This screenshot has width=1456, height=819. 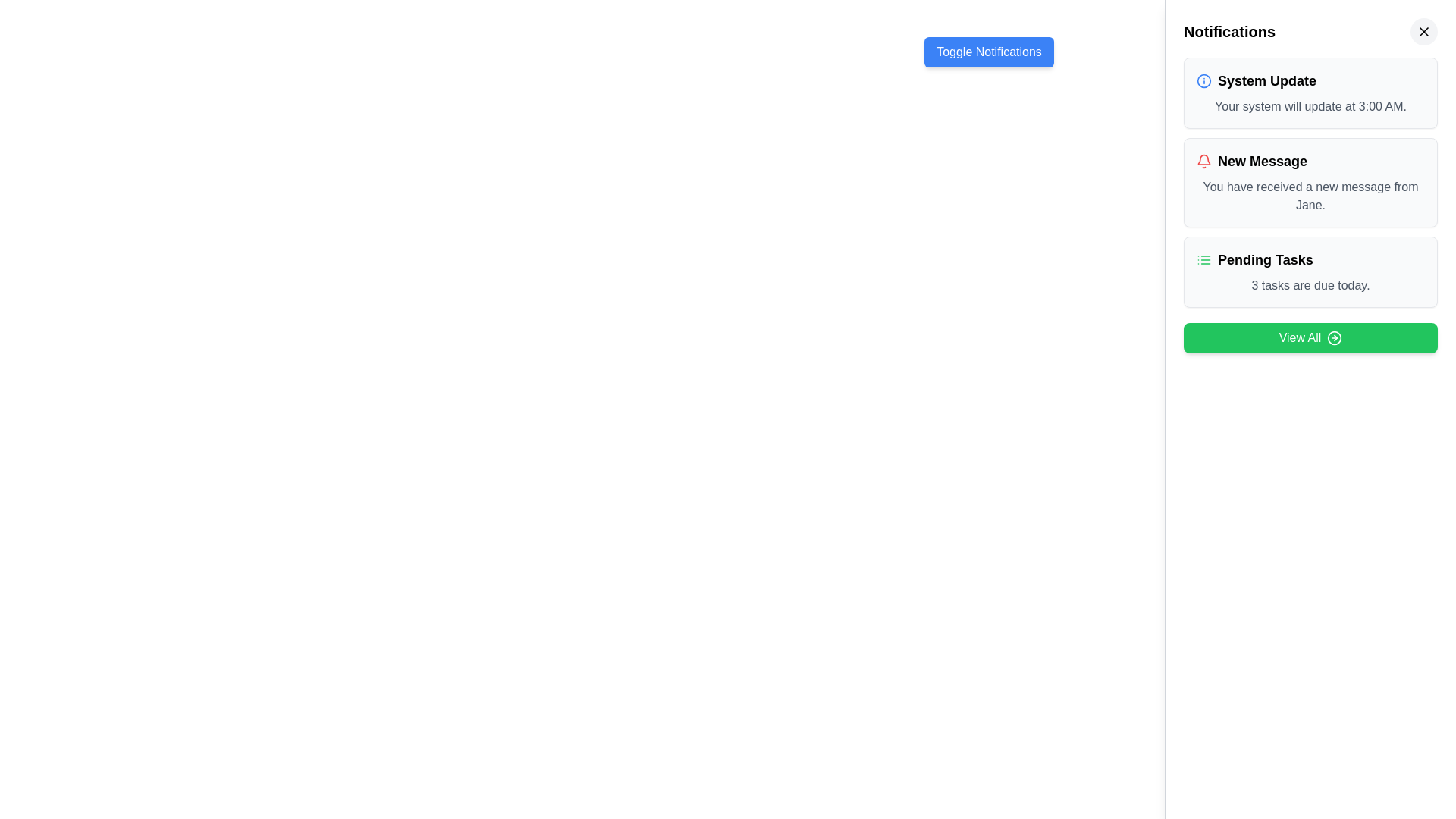 What do you see at coordinates (1310, 286) in the screenshot?
I see `message displayed in the Text Label that informs the user of the number of tasks due on the current day, which is positioned below the title 'Pending Tasks' within the notification card` at bounding box center [1310, 286].